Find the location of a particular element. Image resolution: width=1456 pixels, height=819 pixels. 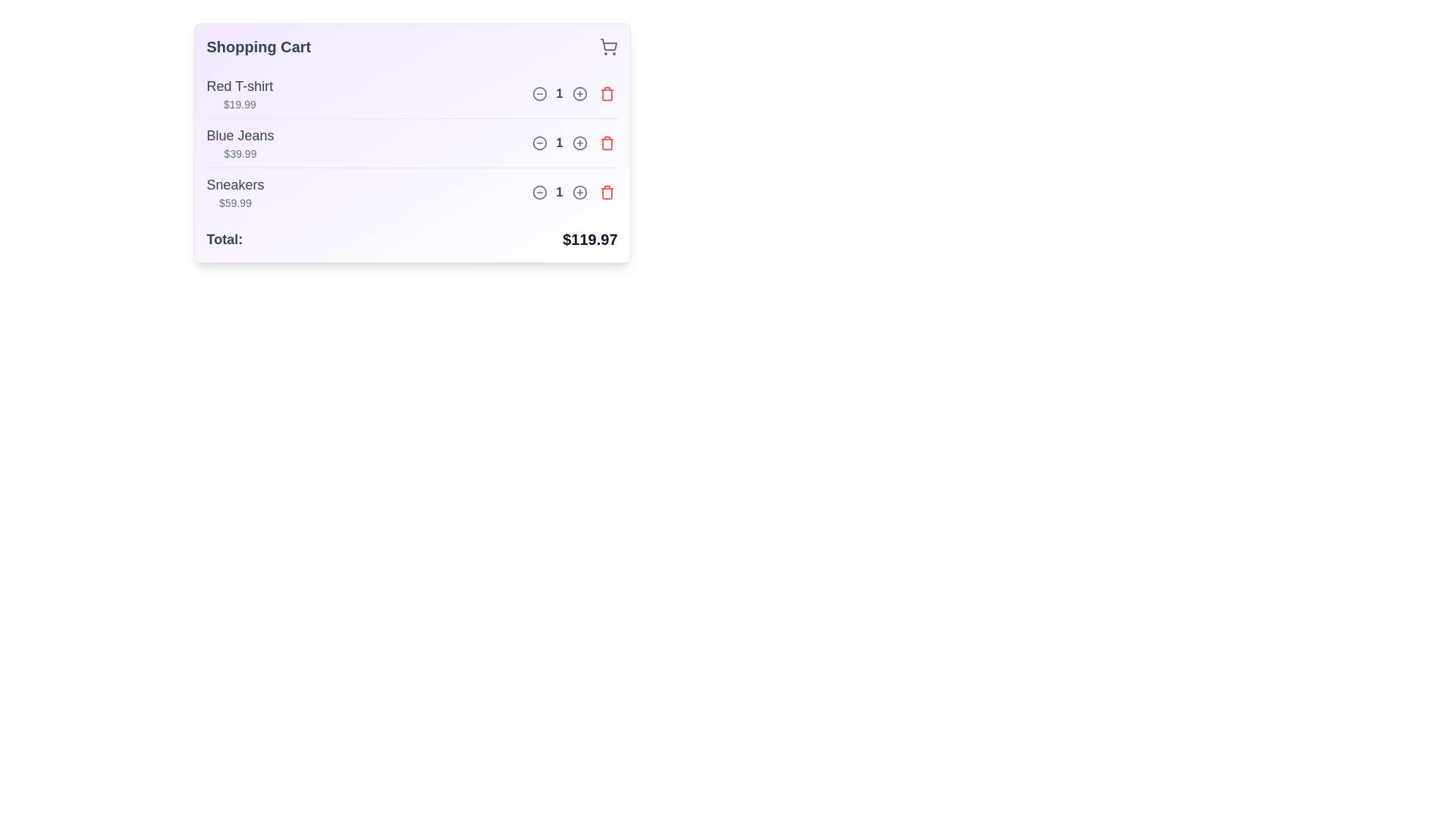

the static text label displaying '1' that indicates the quantity of an item in the shopping cart, located between the decrement and increment buttons is located at coordinates (559, 192).